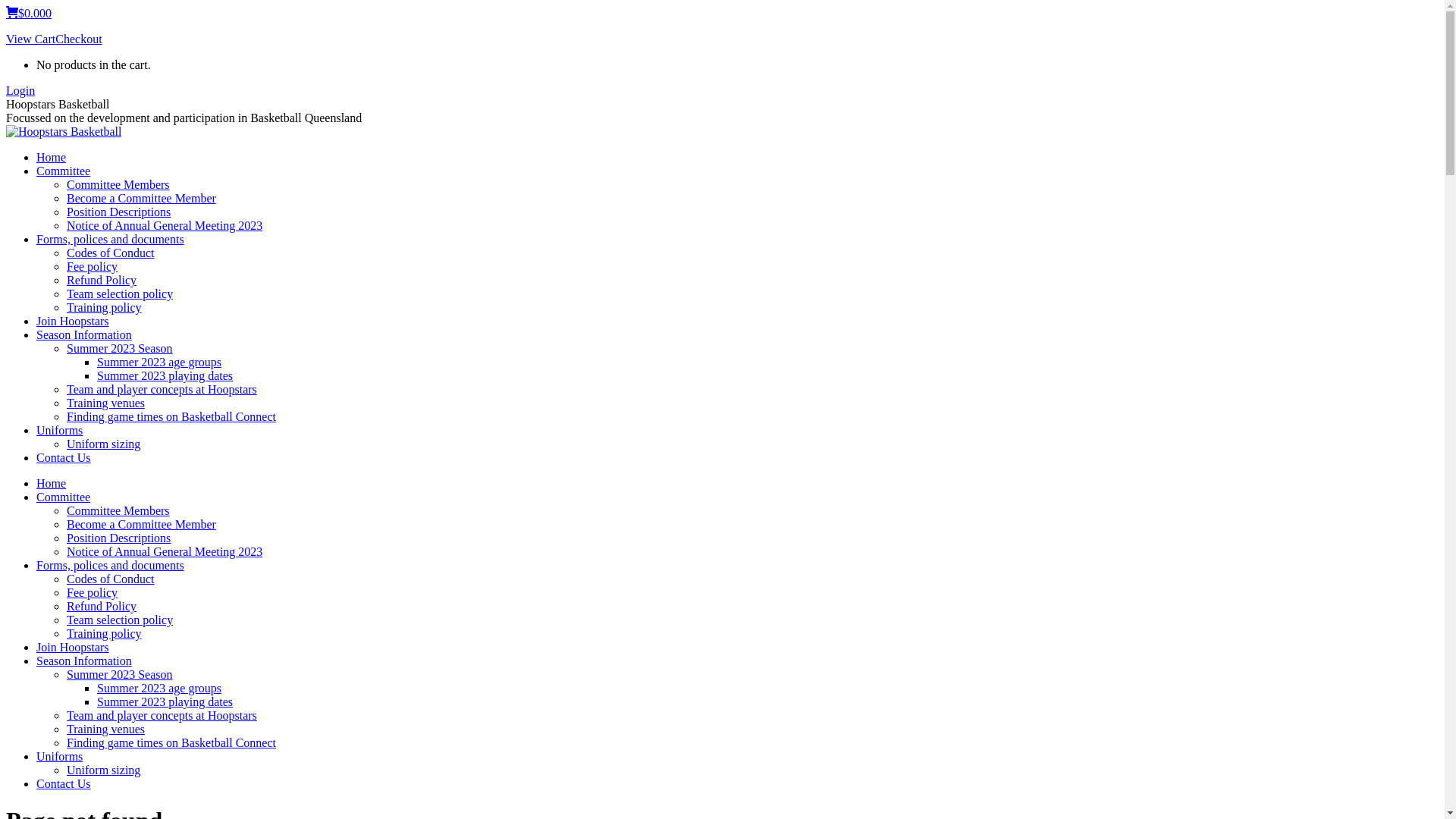 Image resolution: width=1456 pixels, height=819 pixels. I want to click on 'Summer 2023 age groups', so click(159, 688).